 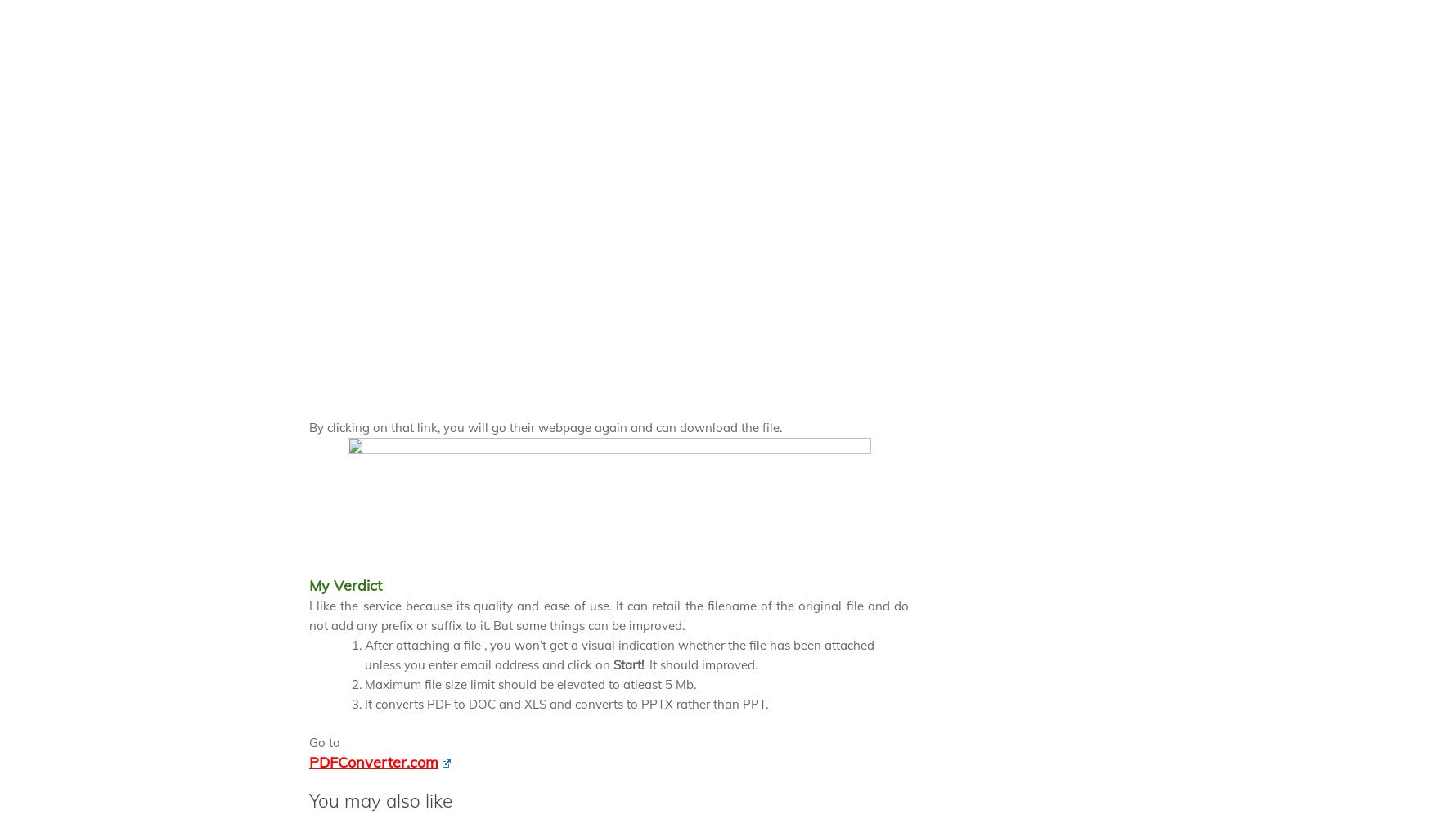 What do you see at coordinates (609, 615) in the screenshot?
I see `'I like the service because its quality and ease of use. It can retail the filename of the original file and do not add any prefix or suffix to it. But some things can be improved.'` at bounding box center [609, 615].